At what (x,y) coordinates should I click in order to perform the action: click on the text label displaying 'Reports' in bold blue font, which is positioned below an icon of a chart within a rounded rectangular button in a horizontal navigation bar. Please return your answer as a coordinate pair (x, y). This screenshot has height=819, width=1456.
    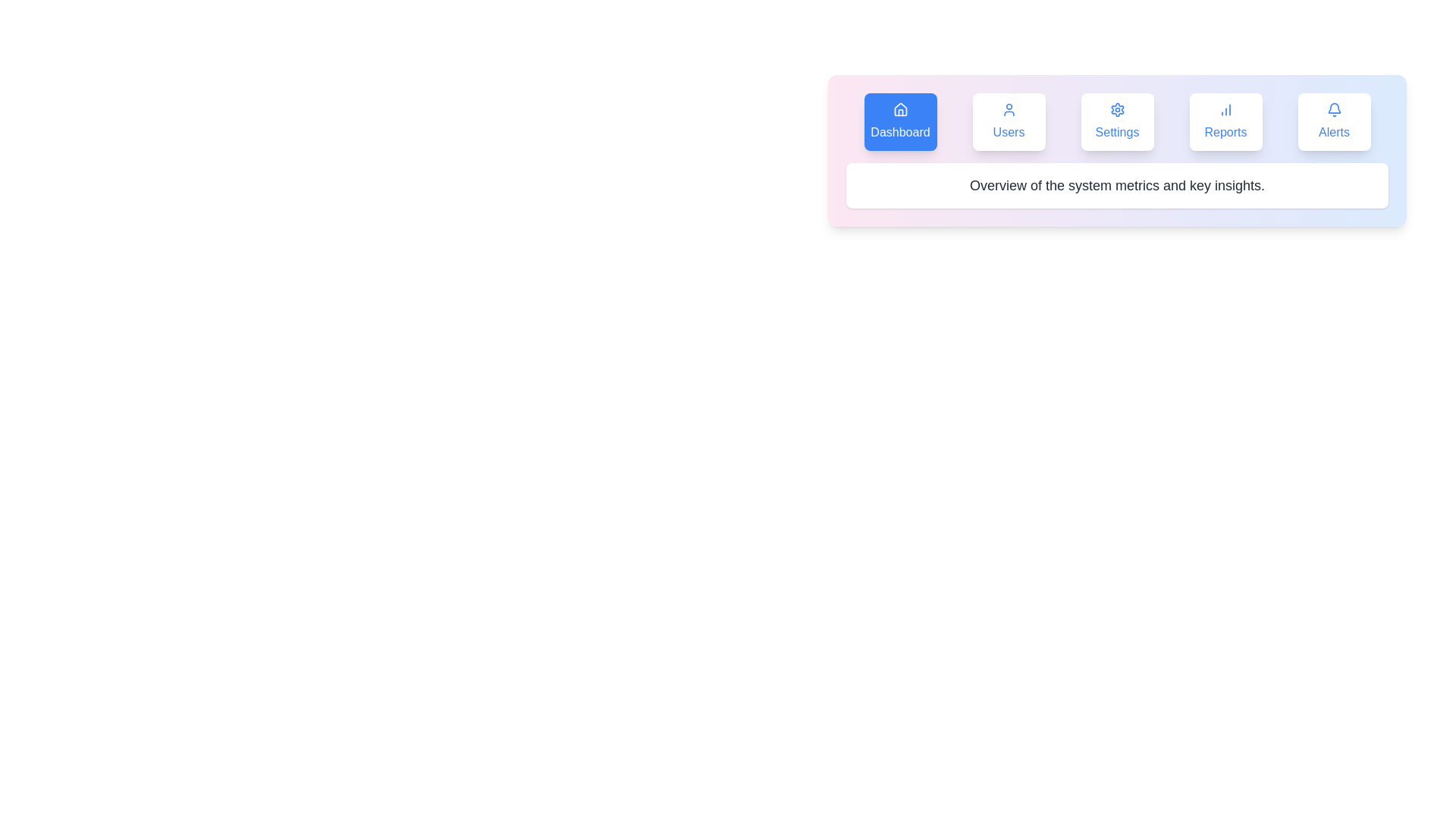
    Looking at the image, I should click on (1225, 131).